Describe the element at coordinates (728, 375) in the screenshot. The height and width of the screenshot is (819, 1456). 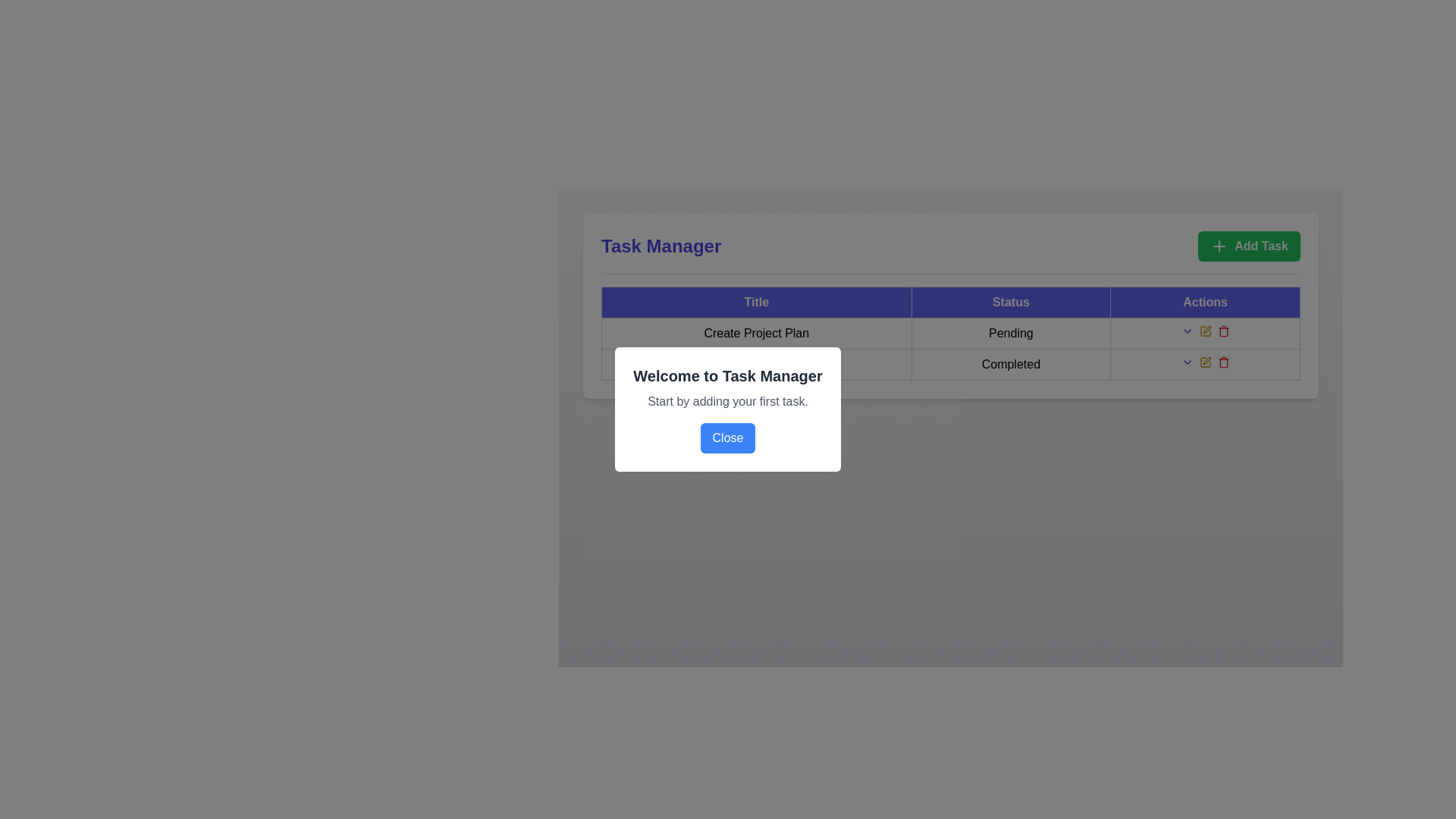
I see `the welcoming heading at the top-center of the modal dialog, which provides context for adding the first task` at that location.